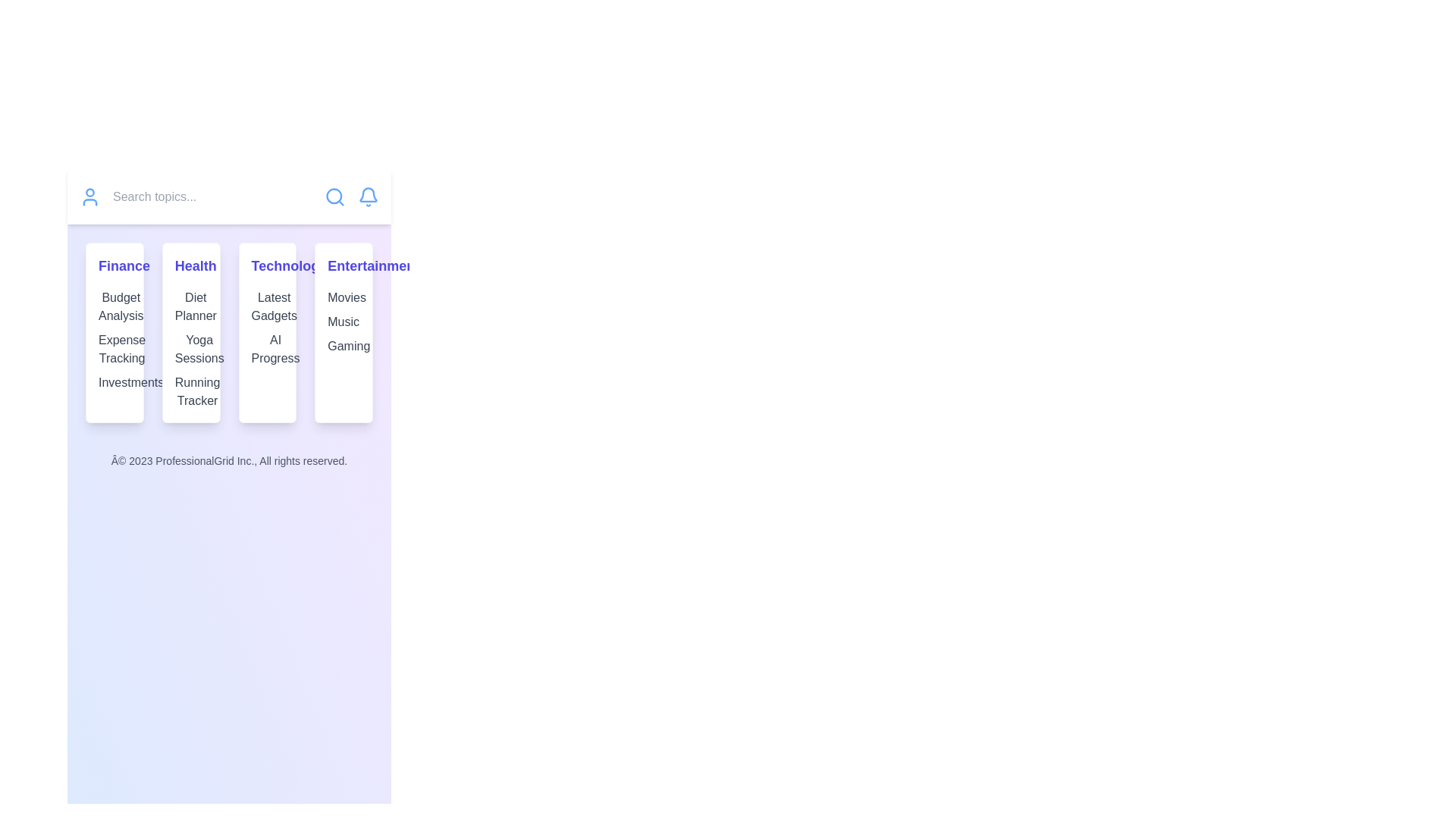  I want to click on the notification bell icon, which signifies the notification feature of the application, located at the top-right corner of the interface, so click(368, 194).